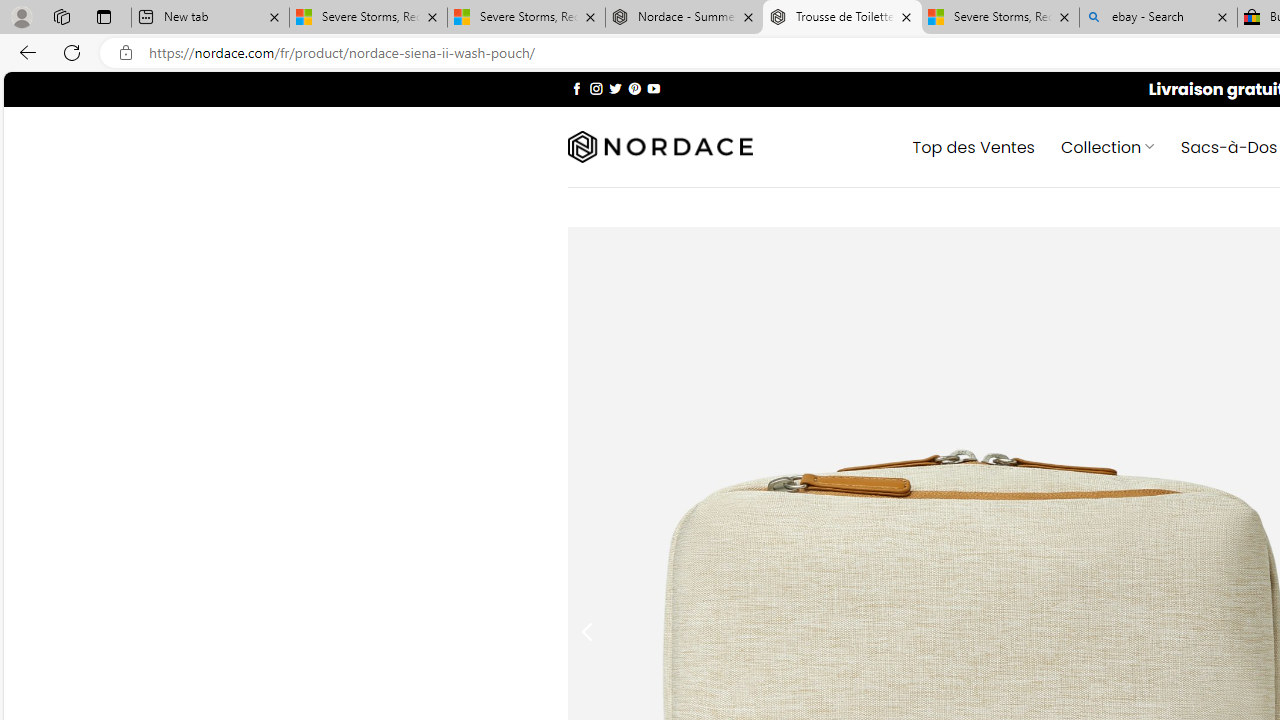 Image resolution: width=1280 pixels, height=720 pixels. I want to click on 'Nous suivre sur Instagram', so click(595, 87).